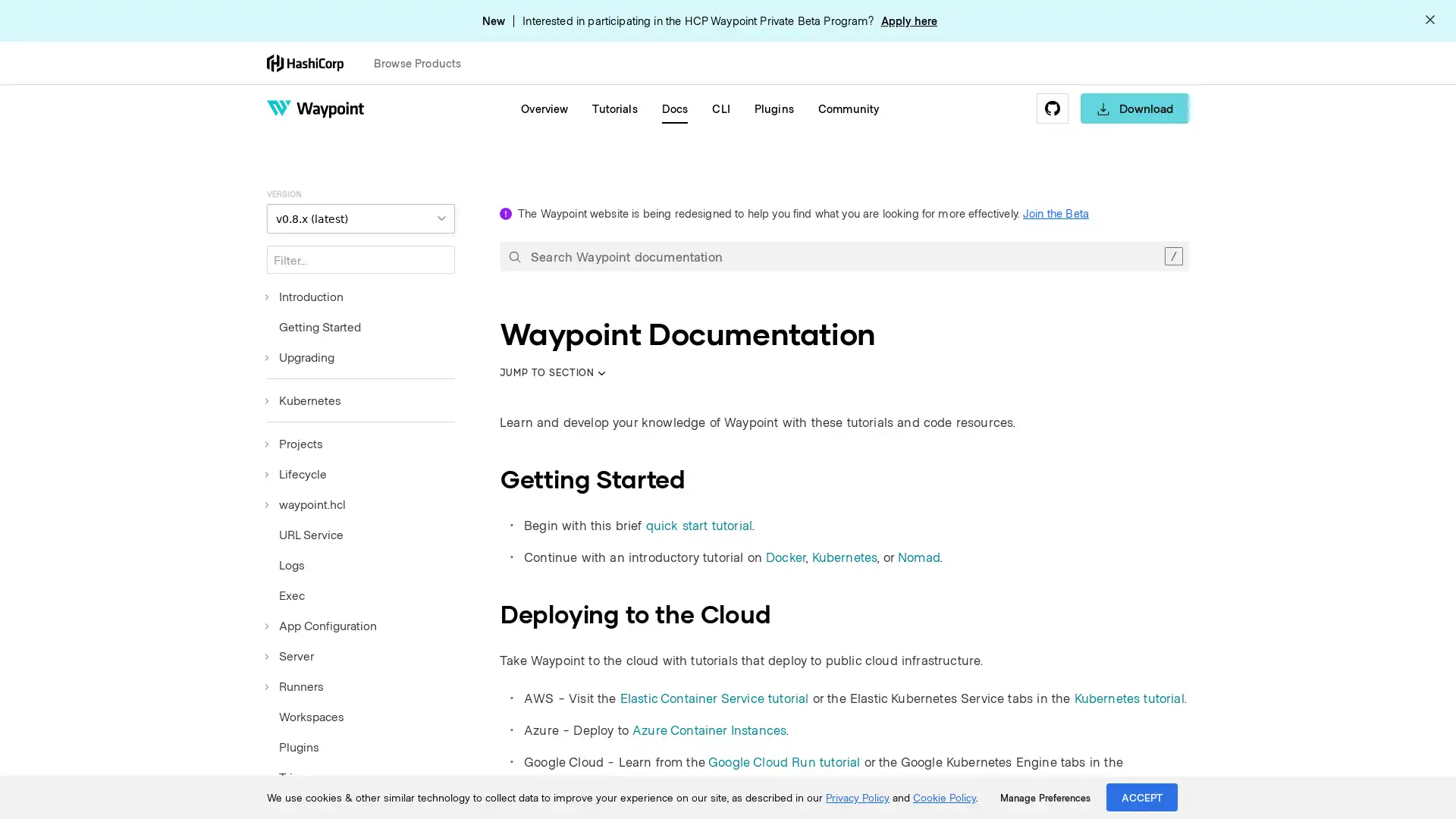 Image resolution: width=1456 pixels, height=819 pixels. I want to click on Submit your search query., so click(514, 256).